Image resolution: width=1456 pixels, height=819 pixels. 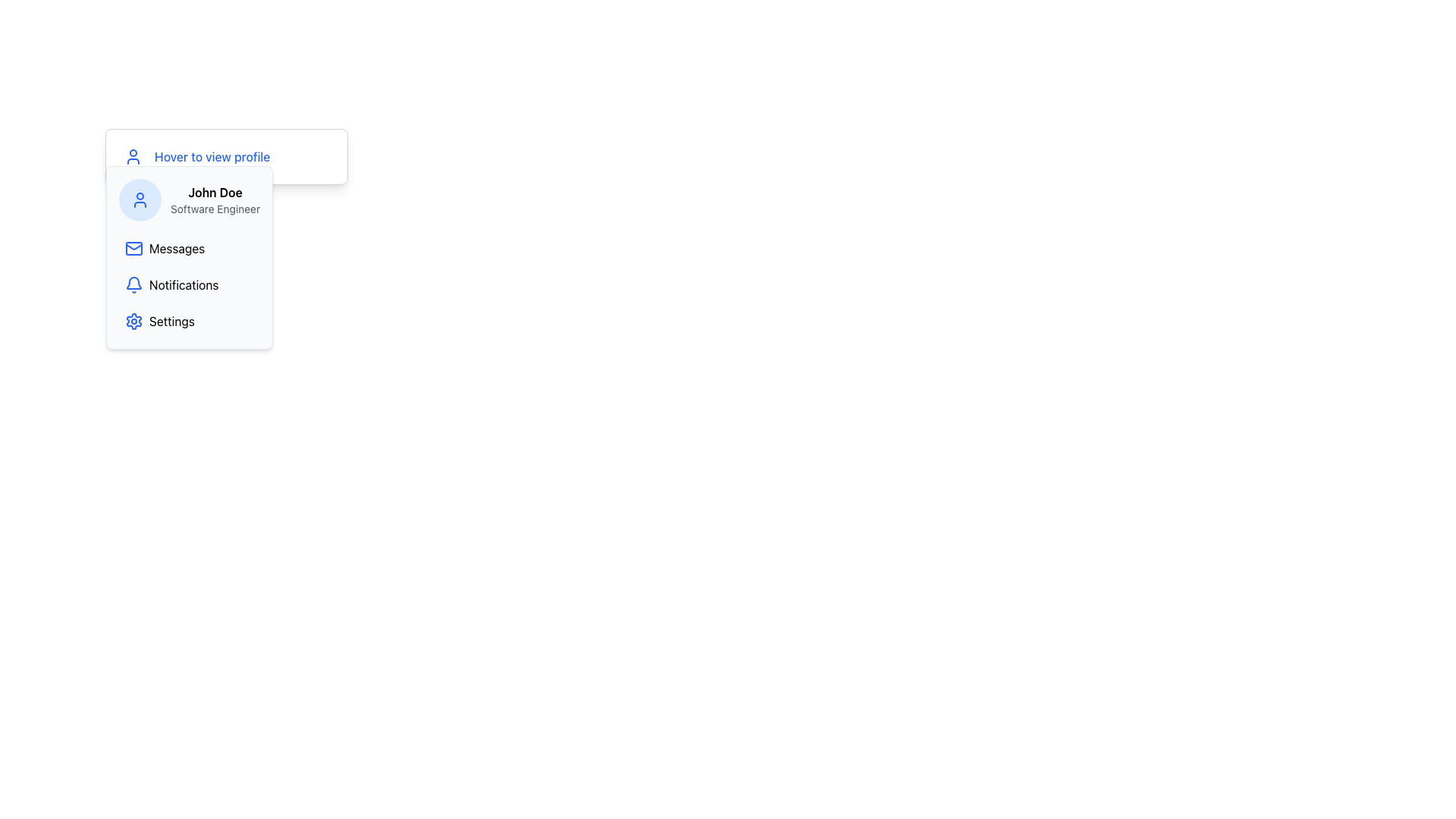 I want to click on the 'Notifications' item, so click(x=188, y=284).